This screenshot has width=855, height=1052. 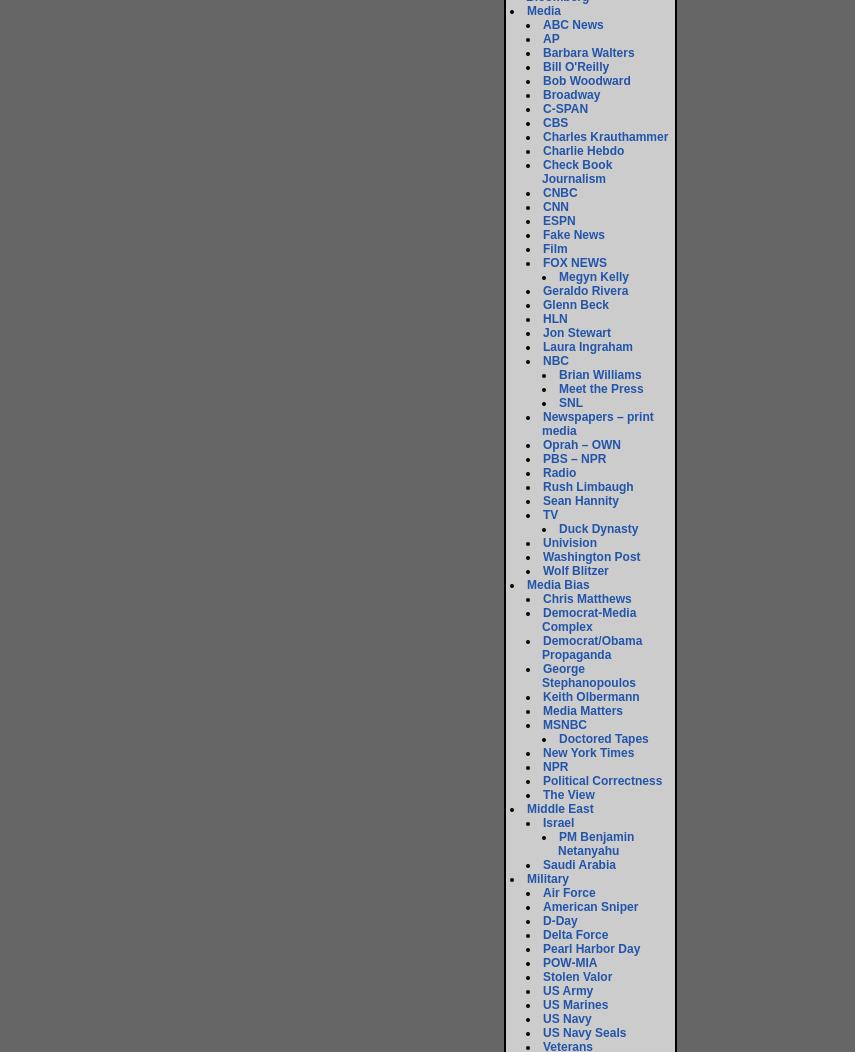 I want to click on 'Broadway', so click(x=570, y=94).